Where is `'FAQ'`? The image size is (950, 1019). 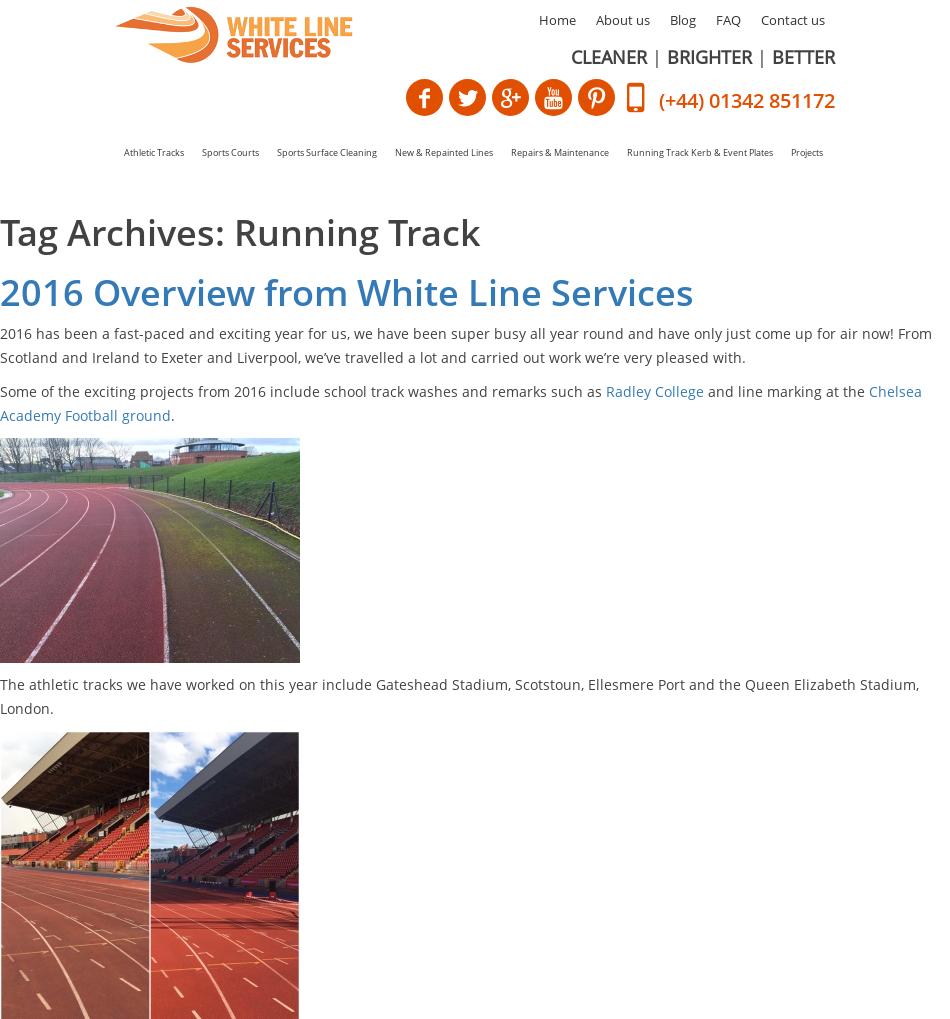 'FAQ' is located at coordinates (727, 18).